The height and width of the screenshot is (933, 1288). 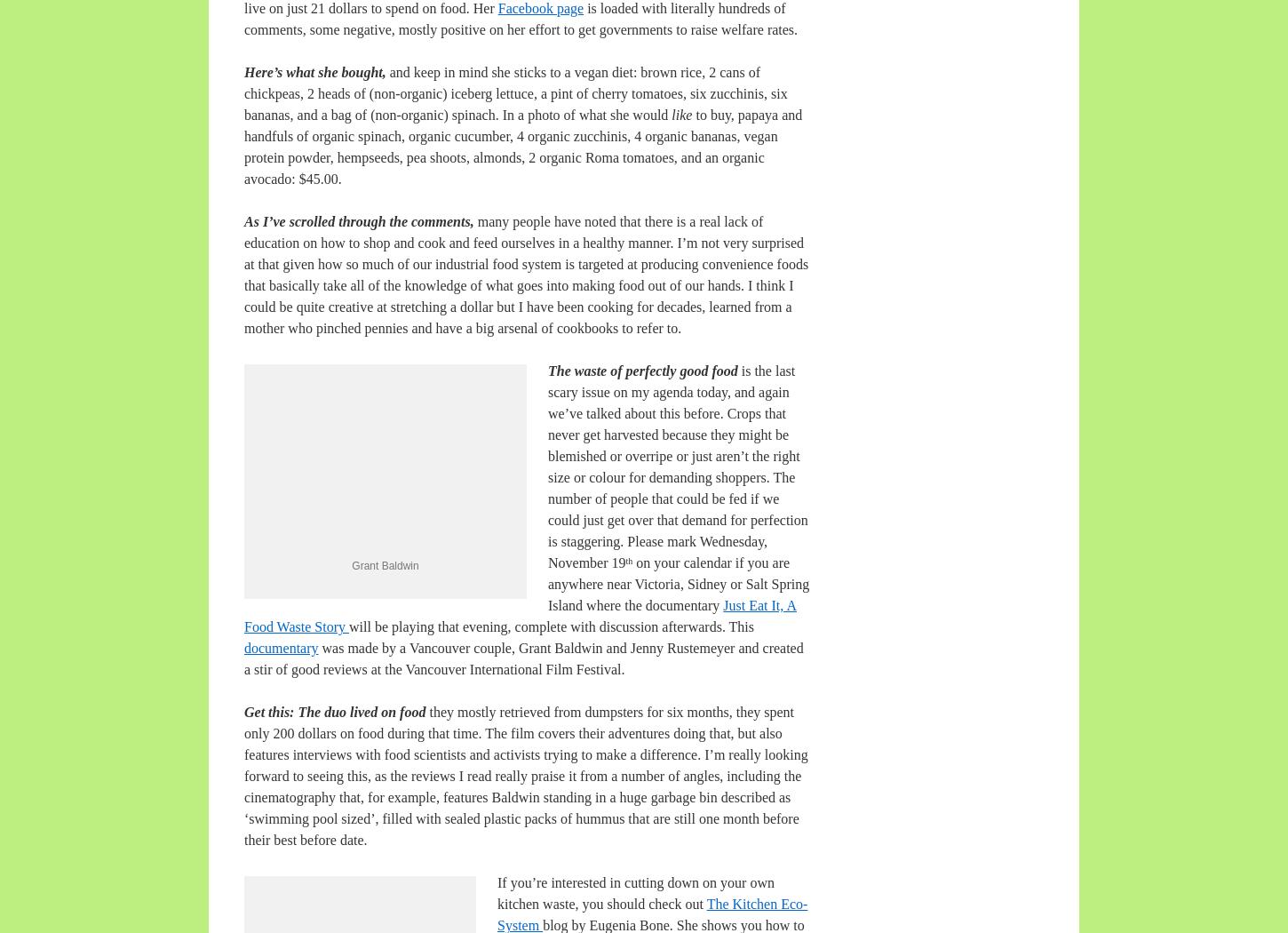 What do you see at coordinates (244, 658) in the screenshot?
I see `'was made by a Vancouver couple, Grant Baldwin and Jenny Rustemeyer and created a stir of good reviews at the Vancouver International Film Festival.'` at bounding box center [244, 658].